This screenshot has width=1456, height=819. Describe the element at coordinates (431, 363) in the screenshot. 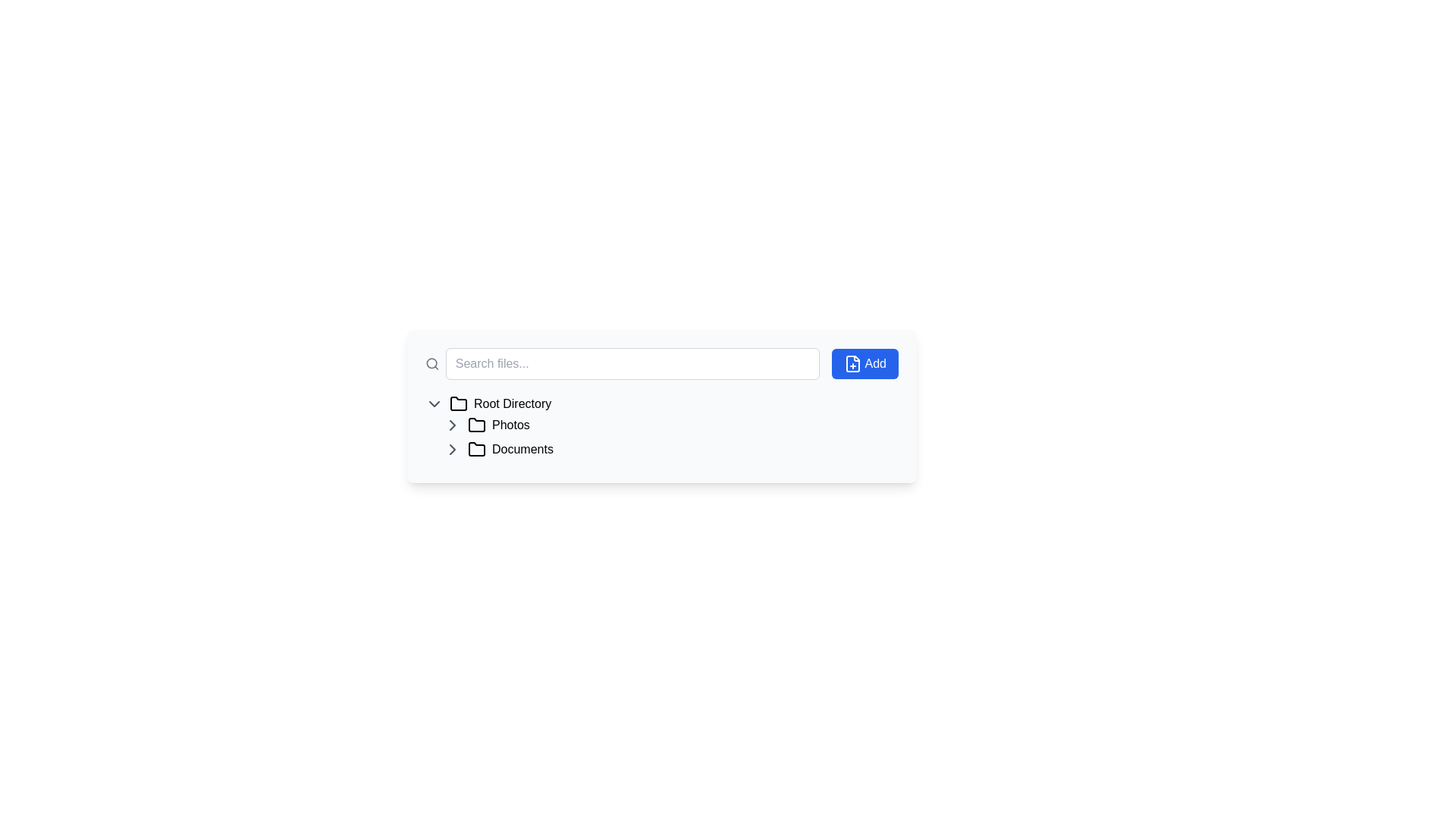

I see `the magnifying glass icon, which is positioned to the far left of the text input field labeled 'Search files...'` at that location.